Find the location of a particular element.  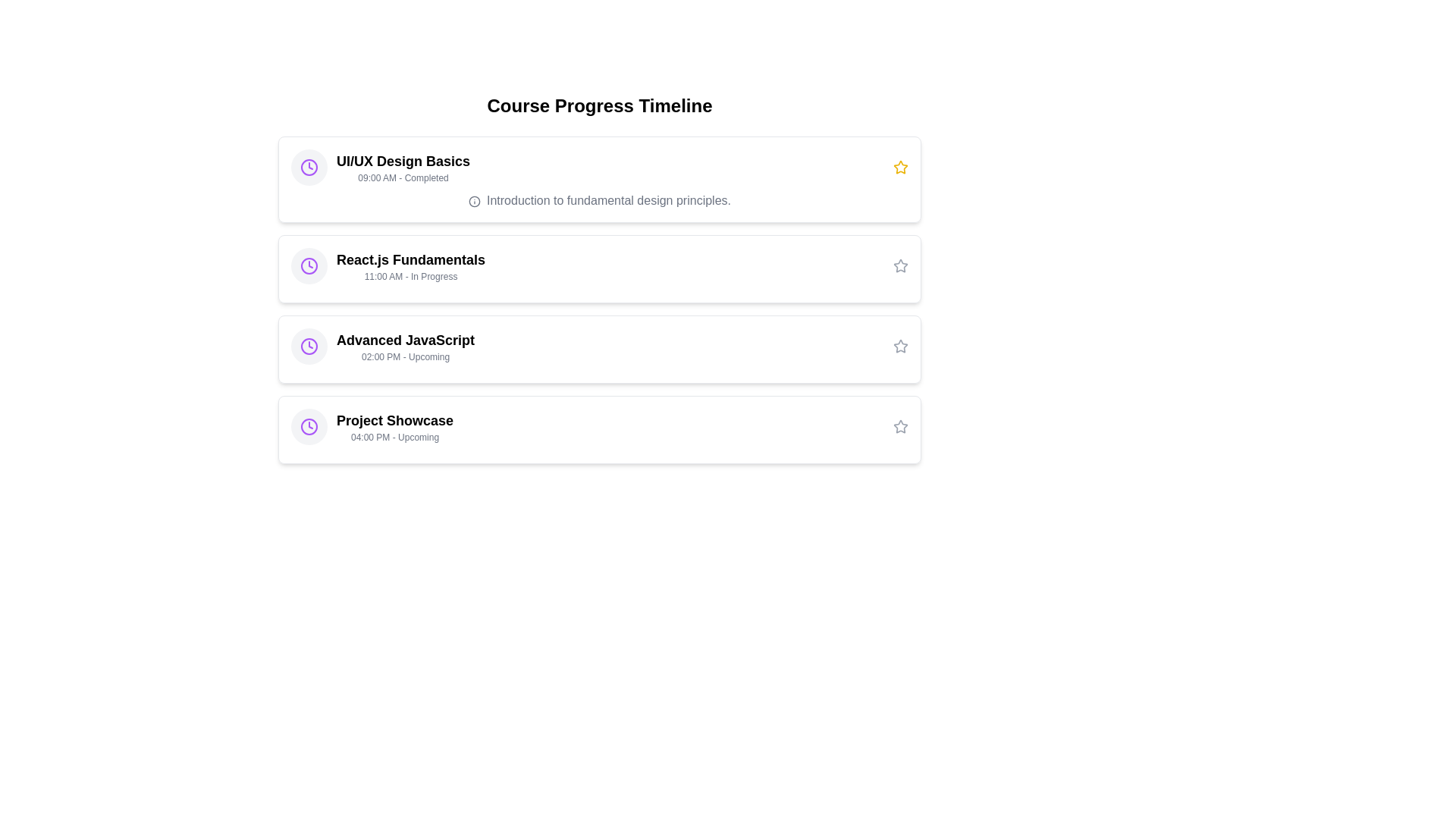

the Information Block displaying details about the upcoming course 'Advanced JavaScript' is located at coordinates (382, 346).